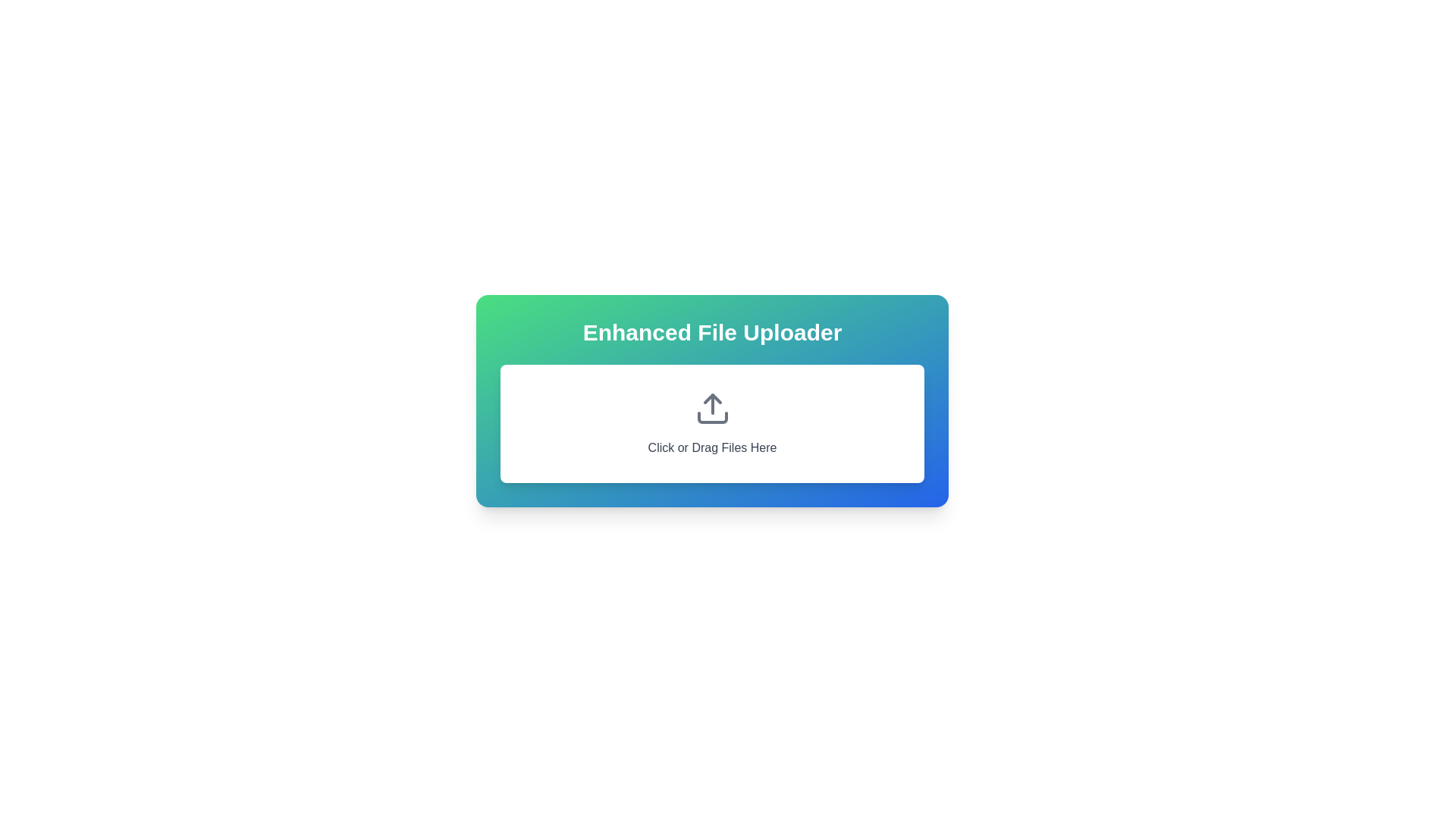 This screenshot has width=1456, height=819. Describe the element at coordinates (711, 418) in the screenshot. I see `the base rectangle of the upload icon, which is part of the SVG structure indicating a file upload action` at that location.